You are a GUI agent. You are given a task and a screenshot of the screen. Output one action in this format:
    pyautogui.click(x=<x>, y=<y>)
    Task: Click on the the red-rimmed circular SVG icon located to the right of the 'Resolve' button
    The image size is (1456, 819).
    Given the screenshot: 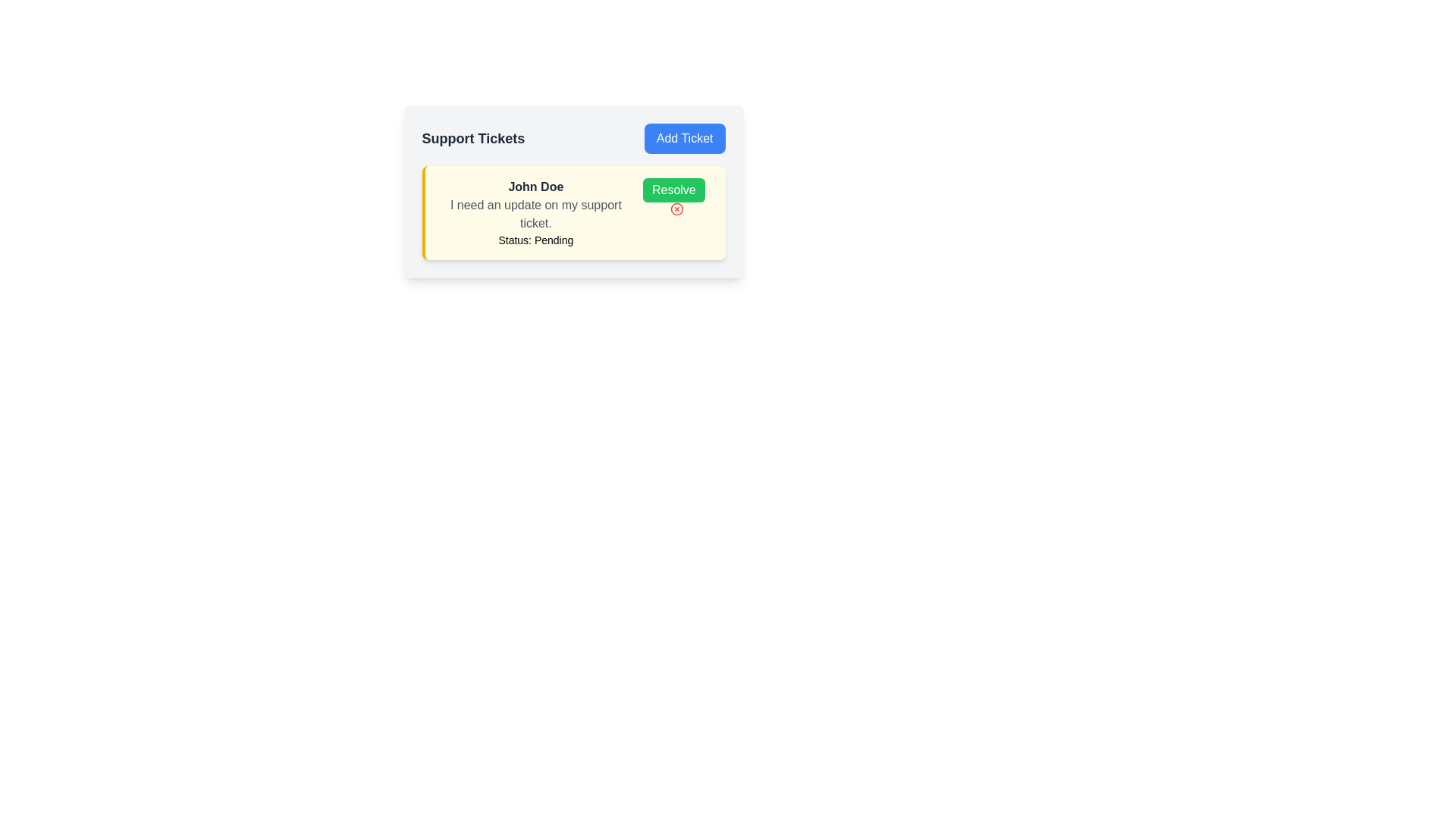 What is the action you would take?
    pyautogui.click(x=676, y=209)
    